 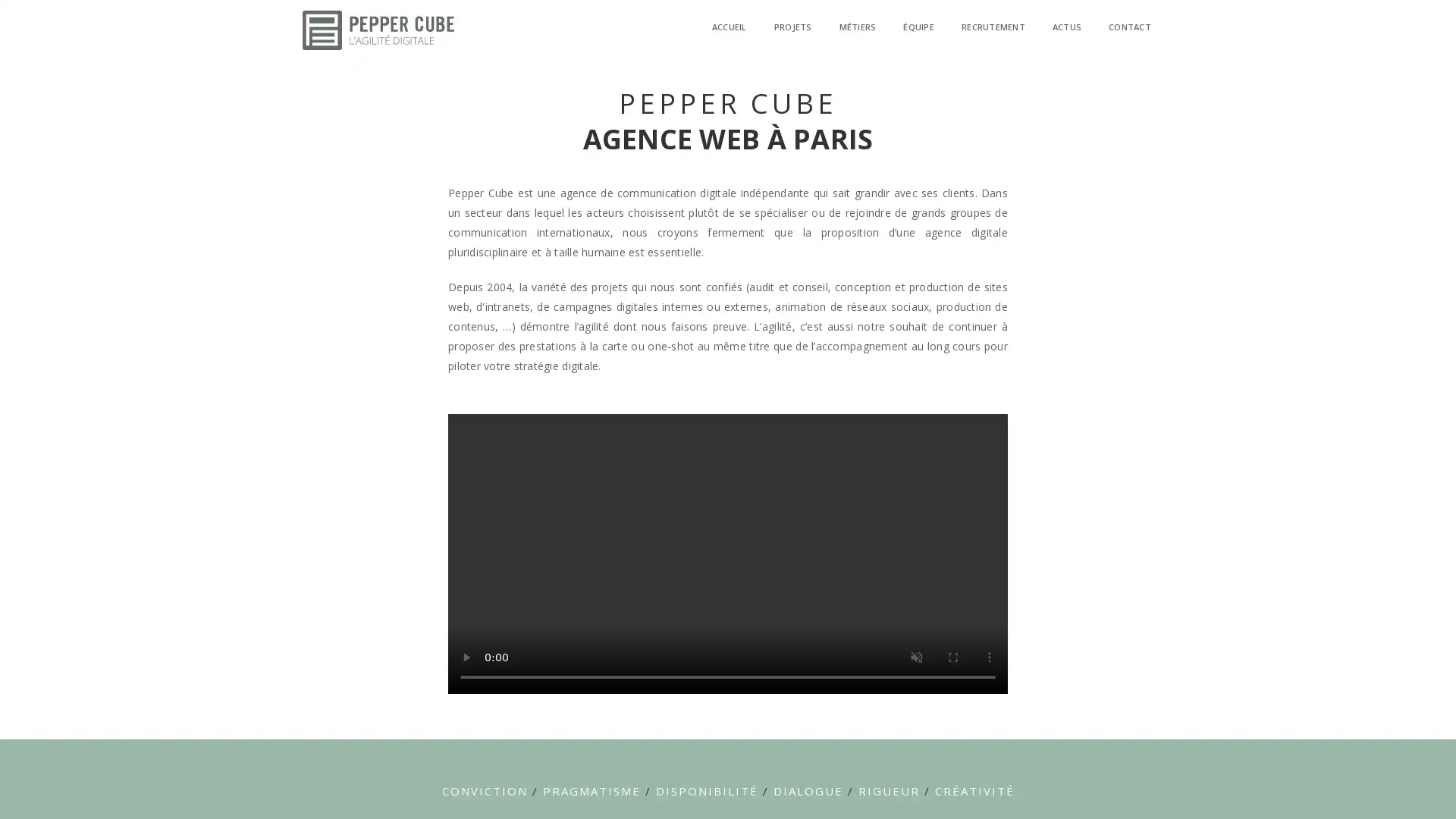 I want to click on enter full screen, so click(x=952, y=657).